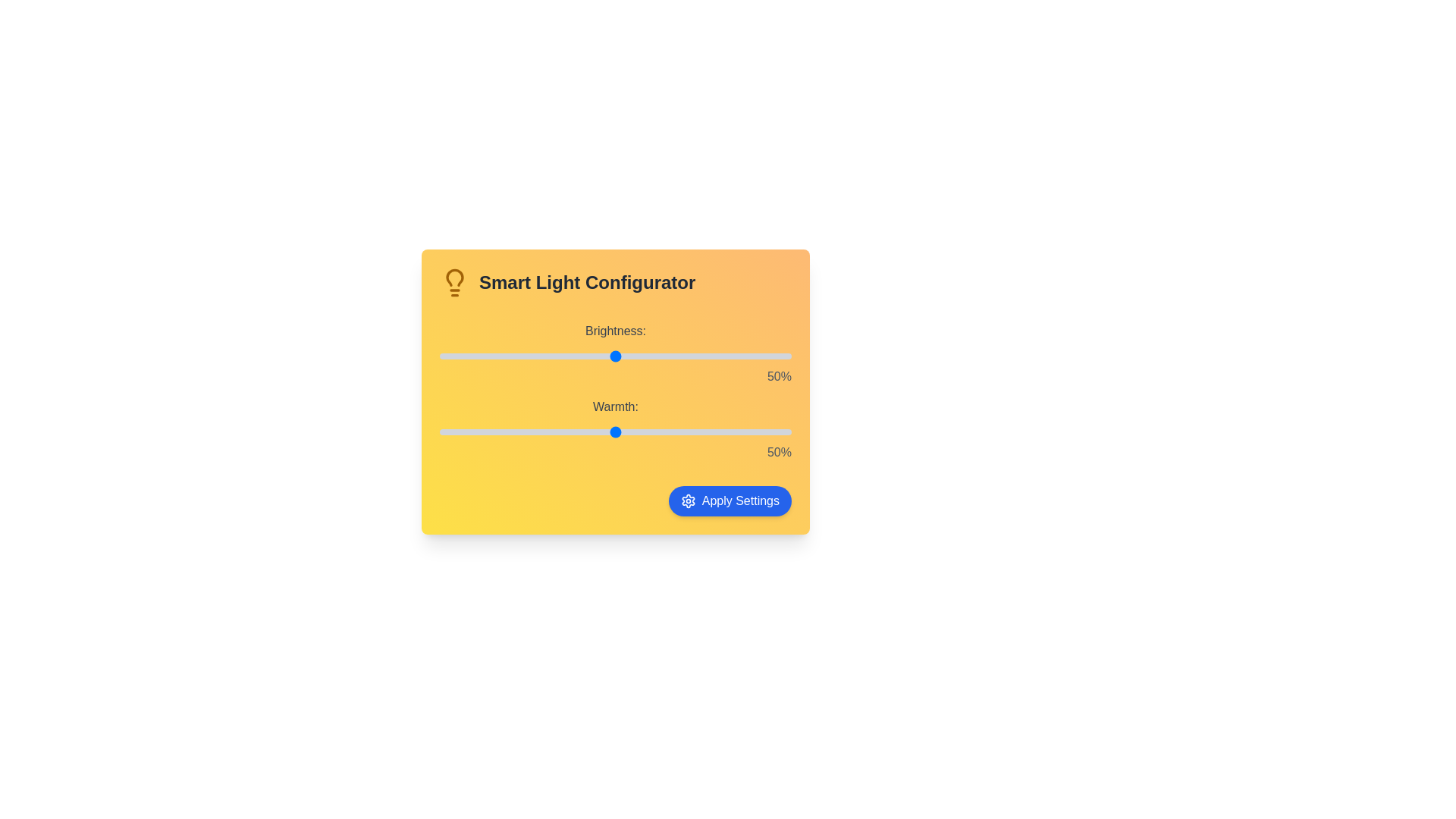 The image size is (1456, 819). Describe the element at coordinates (671, 356) in the screenshot. I see `the brightness` at that location.